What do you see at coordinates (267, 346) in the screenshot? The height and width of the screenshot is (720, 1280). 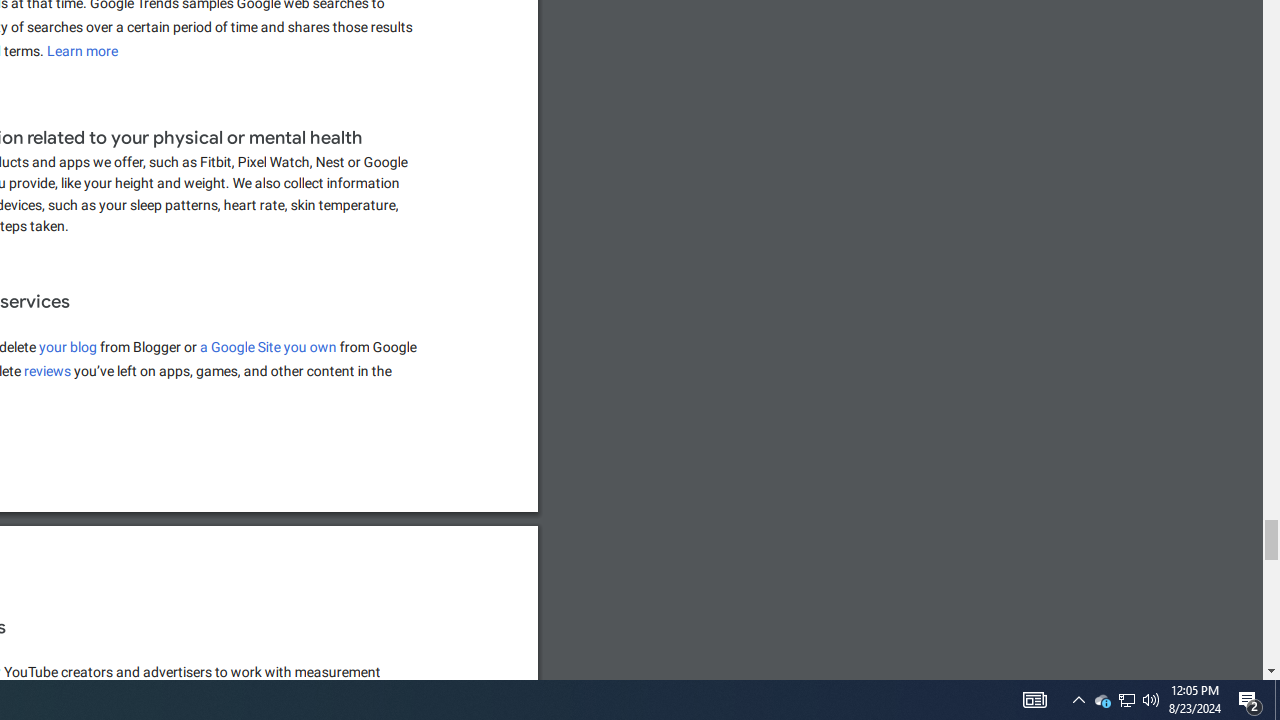 I see `'a Google Site you own'` at bounding box center [267, 346].